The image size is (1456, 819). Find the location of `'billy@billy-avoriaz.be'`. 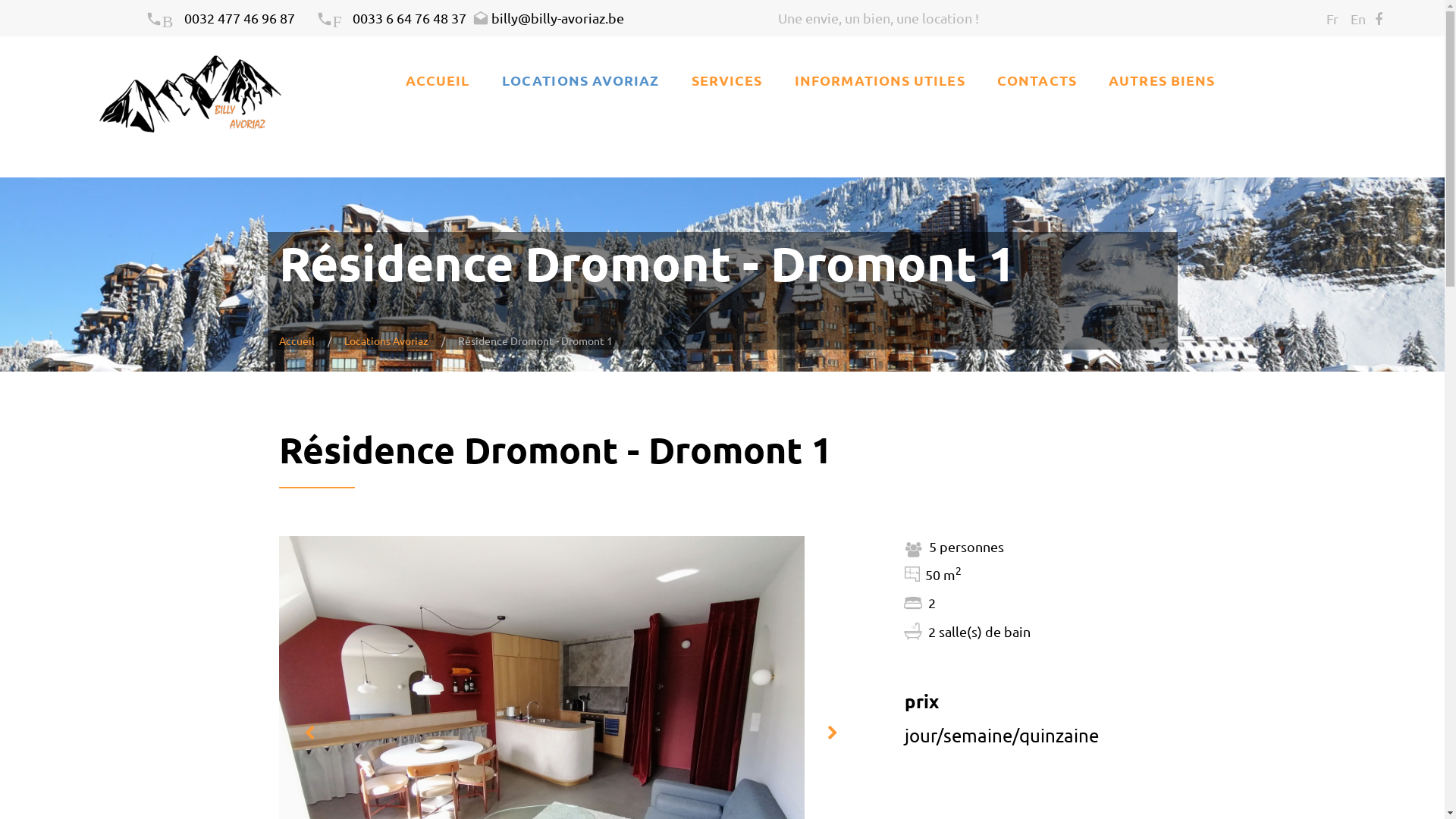

'billy@billy-avoriaz.be' is located at coordinates (548, 17).